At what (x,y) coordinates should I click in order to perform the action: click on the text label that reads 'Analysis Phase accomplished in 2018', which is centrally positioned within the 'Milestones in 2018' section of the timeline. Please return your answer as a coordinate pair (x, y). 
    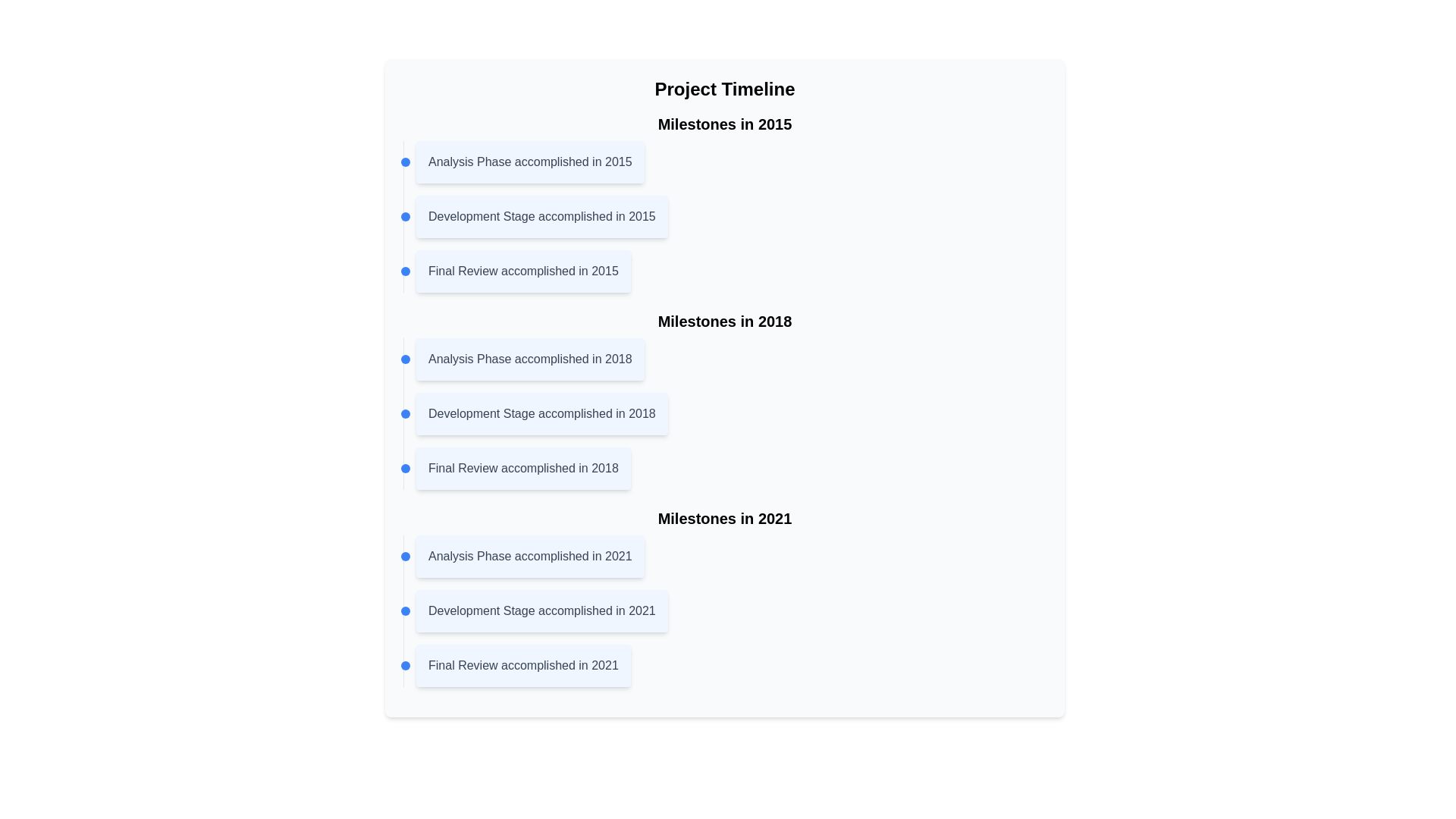
    Looking at the image, I should click on (530, 359).